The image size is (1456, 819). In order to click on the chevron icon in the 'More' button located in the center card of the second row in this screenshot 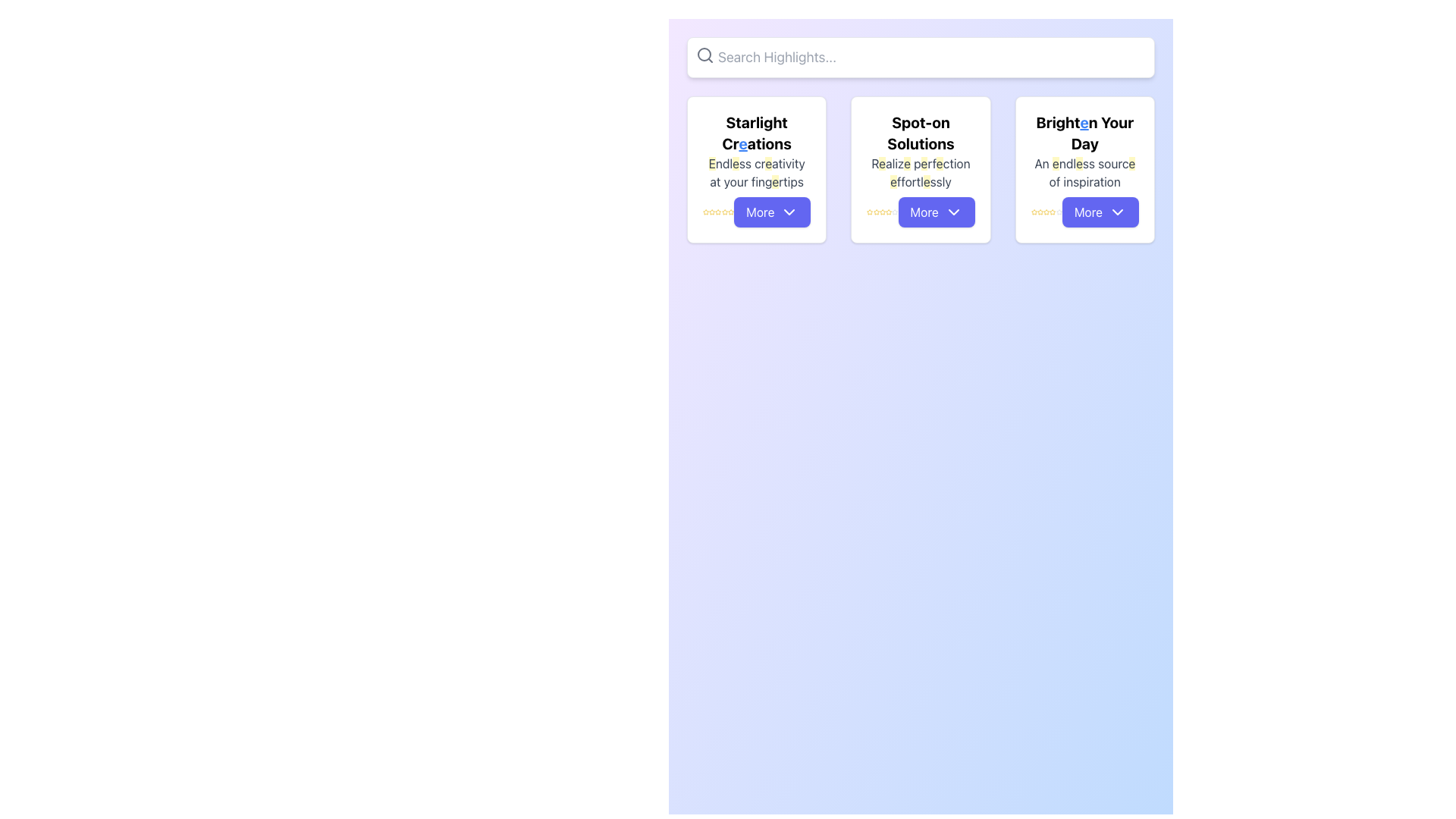, I will do `click(952, 212)`.